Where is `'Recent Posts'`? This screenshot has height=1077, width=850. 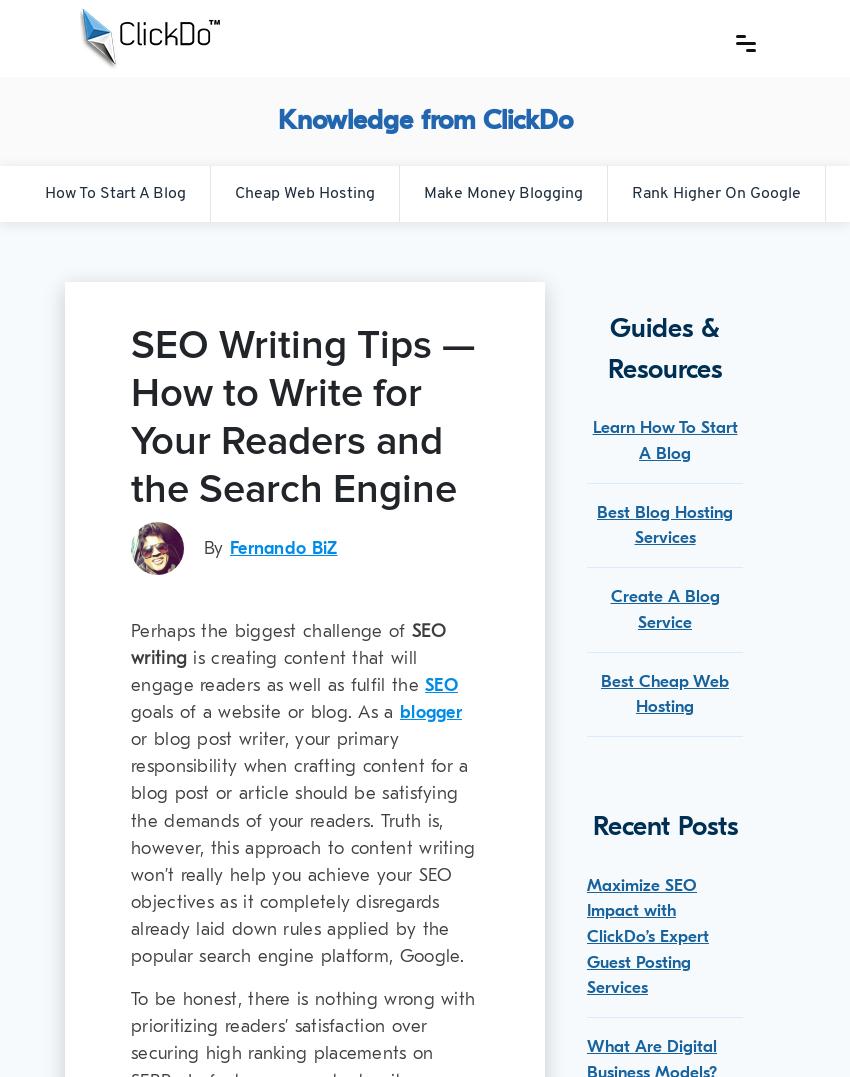
'Recent Posts' is located at coordinates (592, 825).